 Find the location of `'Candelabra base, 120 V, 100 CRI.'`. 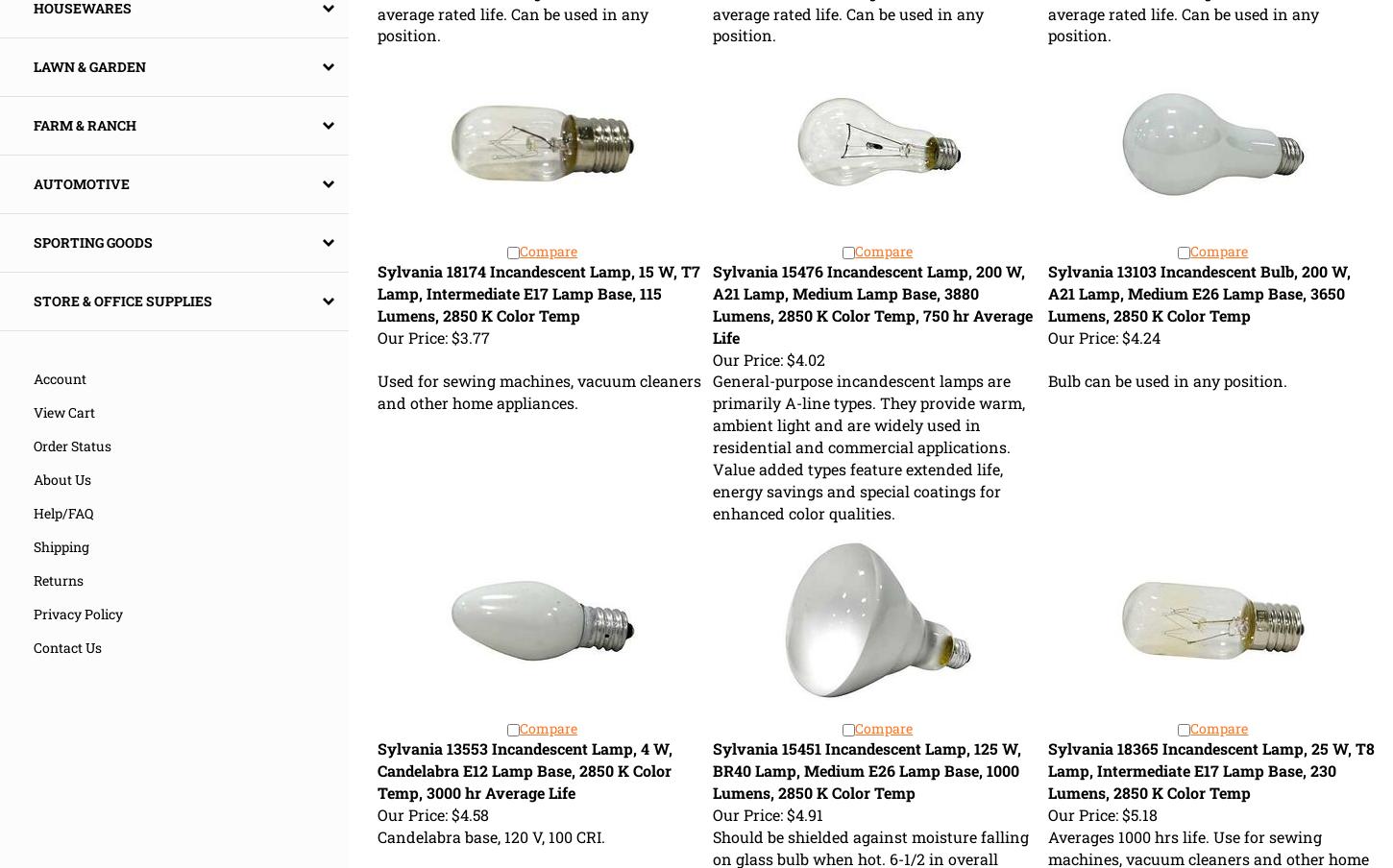

'Candelabra base, 120 V, 100 CRI.' is located at coordinates (490, 835).